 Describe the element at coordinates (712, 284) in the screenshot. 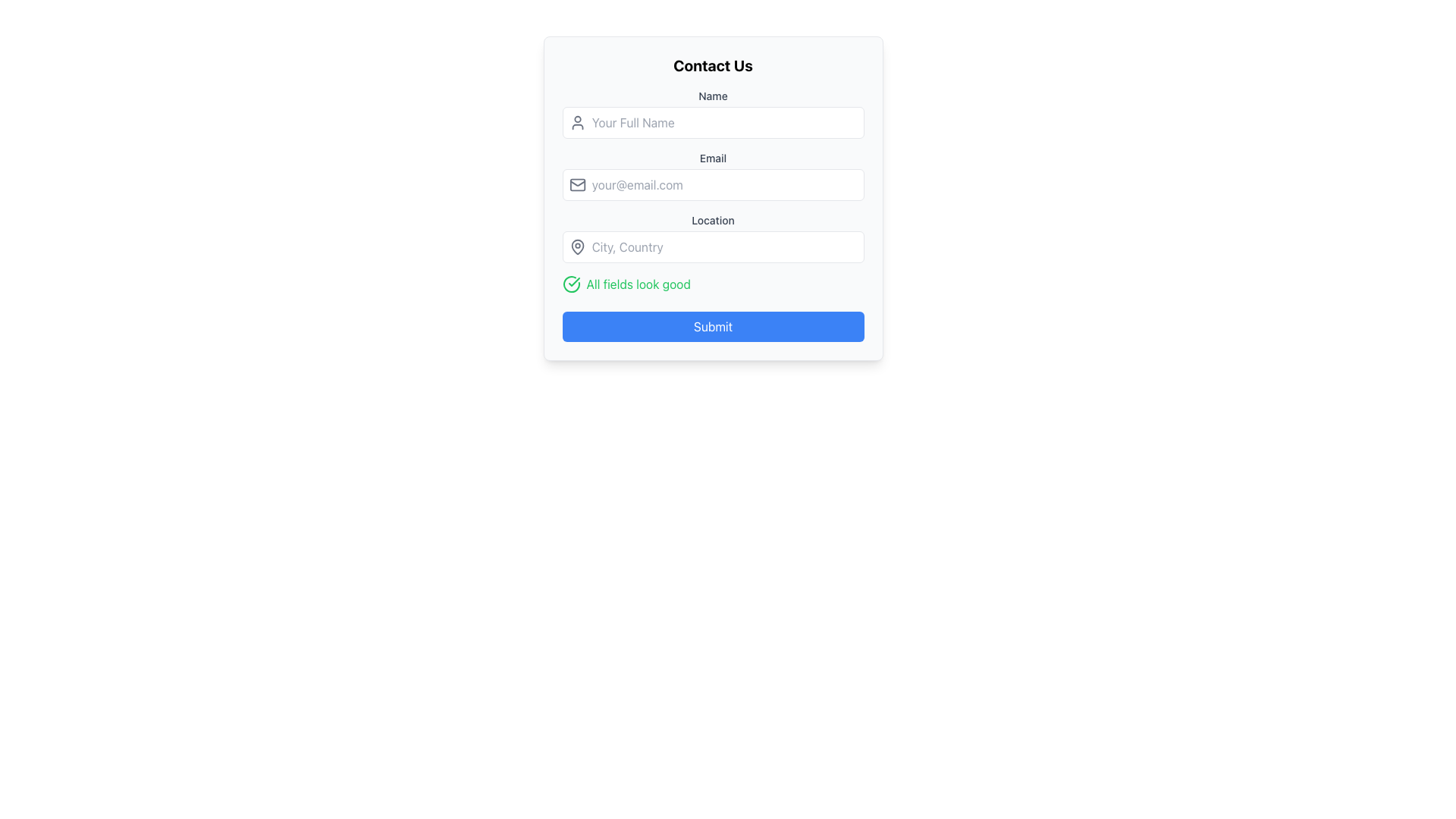

I see `the Status indicator with a message that indicates successful validation of input fields, located above the 'Submit' button and below the 'Location' field` at that location.